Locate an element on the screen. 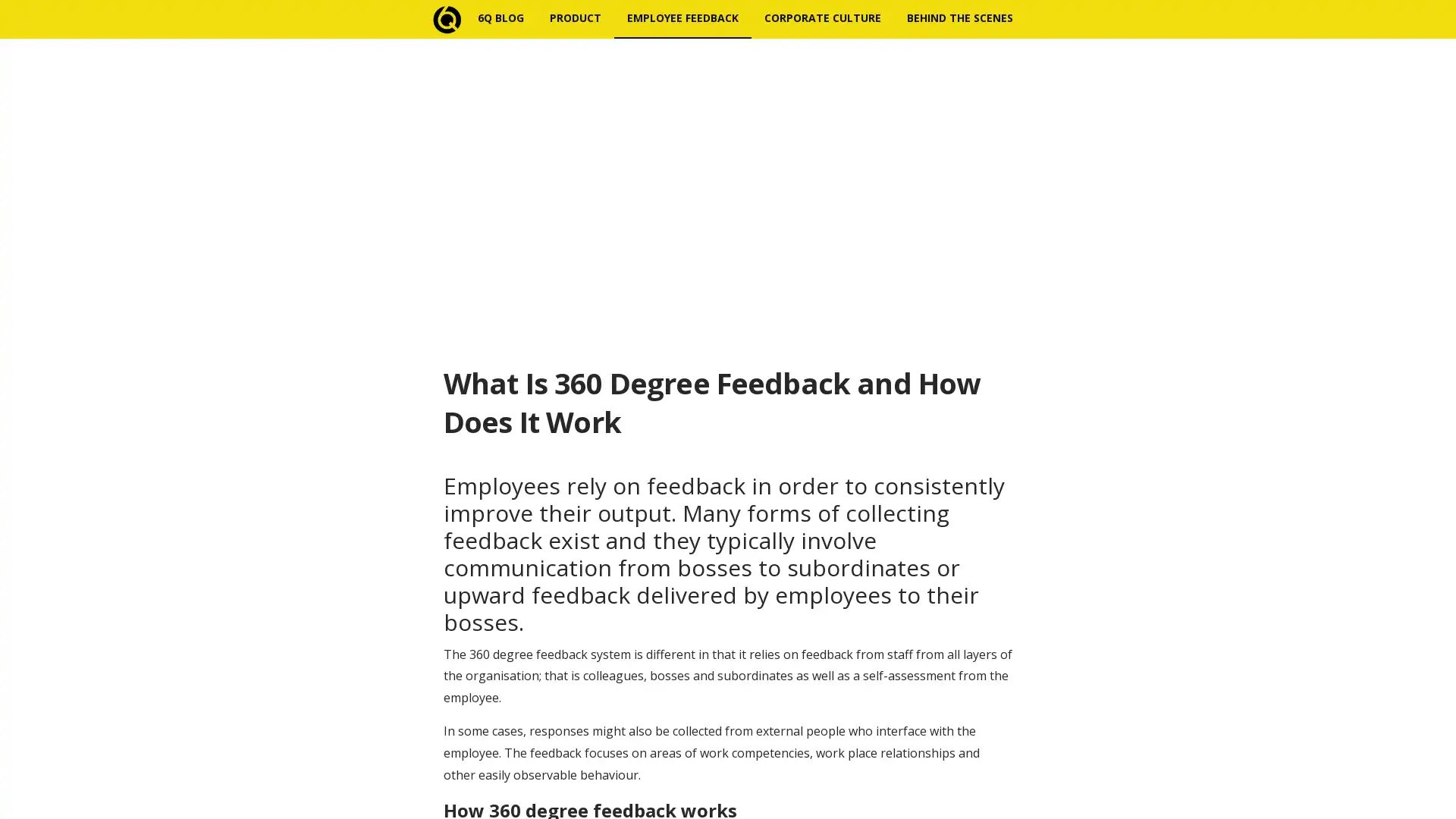 This screenshot has width=1456, height=819. Subscribe is located at coordinates (895, 797).